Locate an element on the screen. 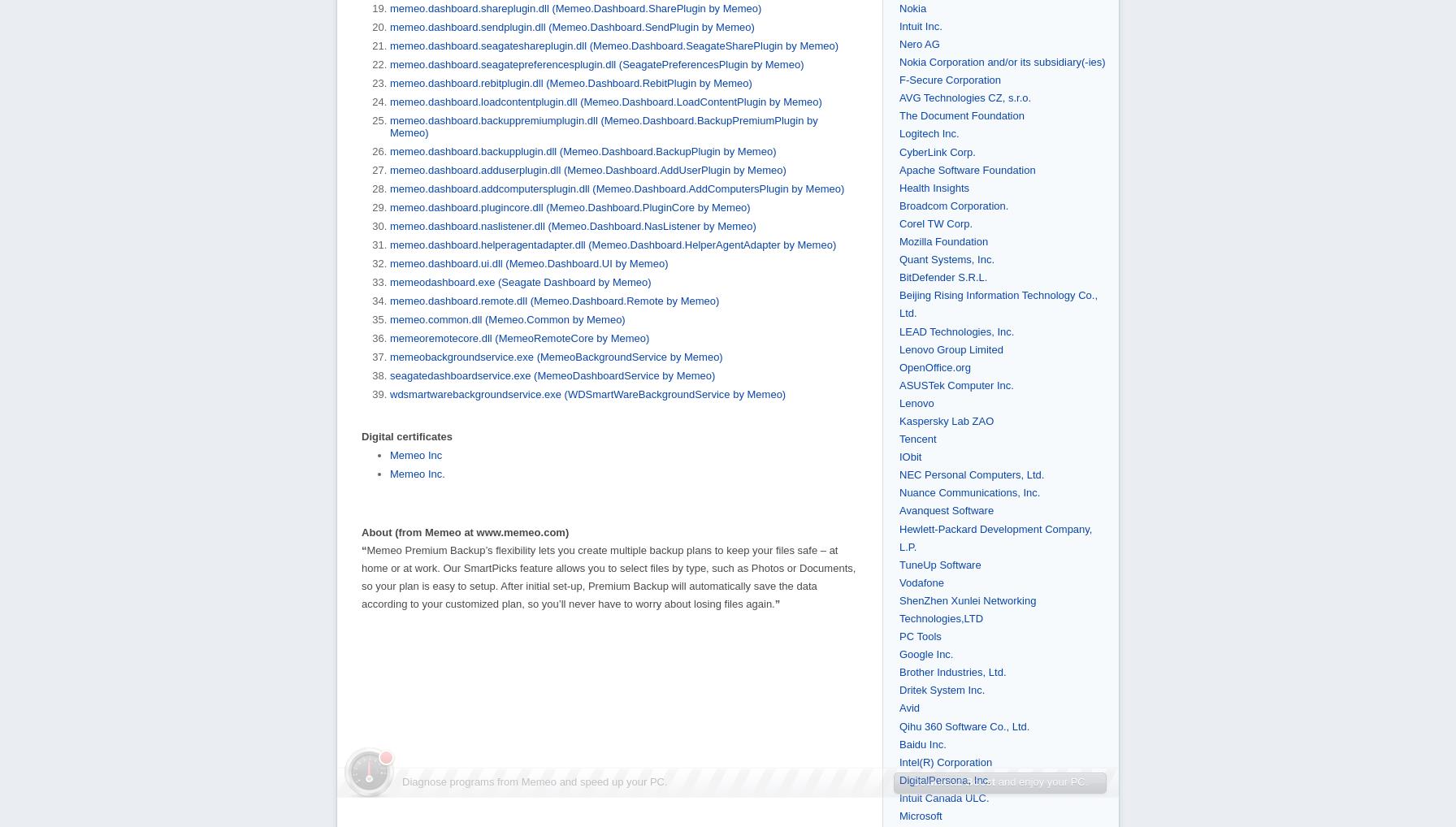  'Lenovo Group Limited' is located at coordinates (951, 348).